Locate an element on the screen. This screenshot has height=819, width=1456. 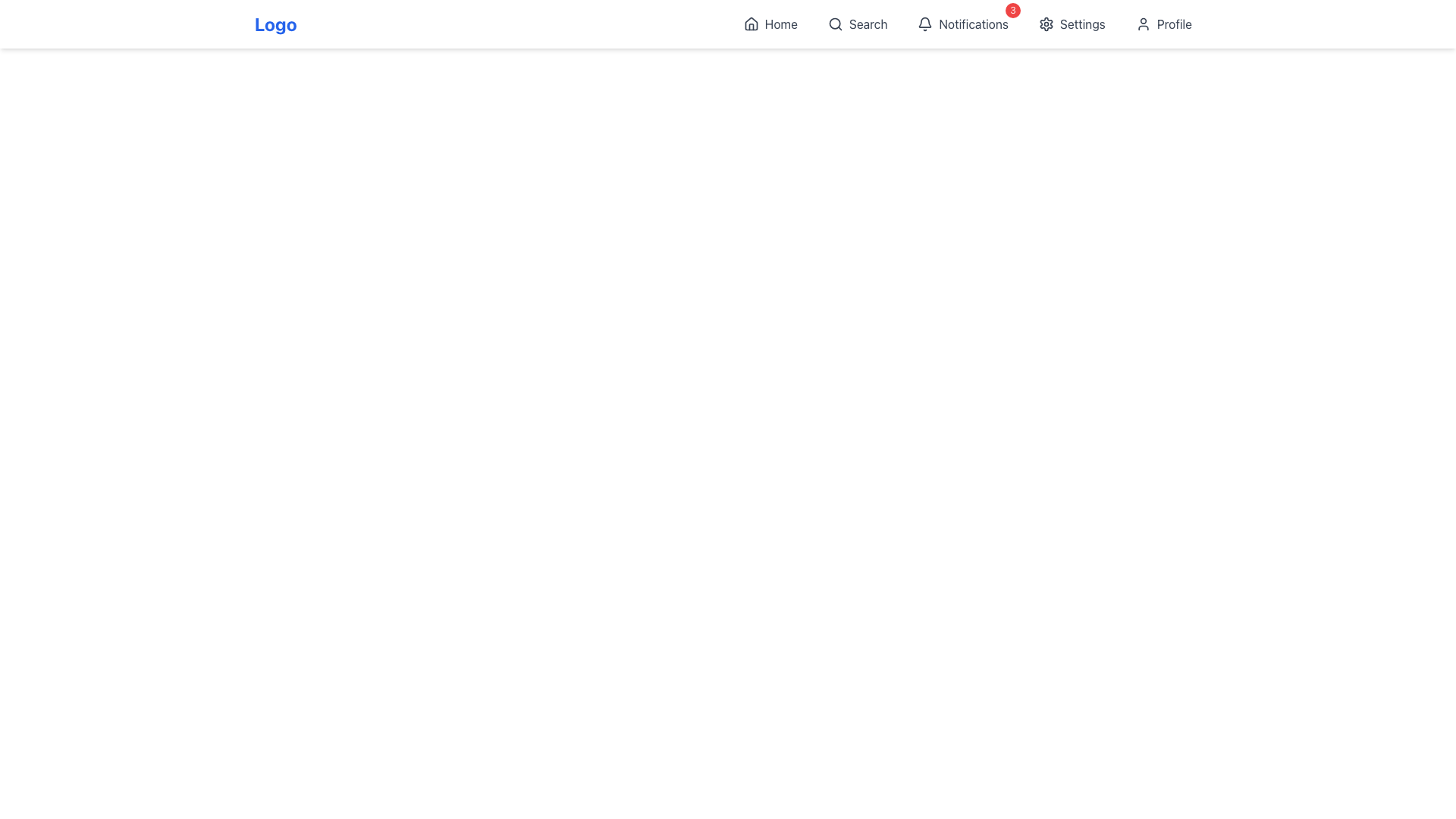
the 'Home' text in the top navigation bar is located at coordinates (781, 24).